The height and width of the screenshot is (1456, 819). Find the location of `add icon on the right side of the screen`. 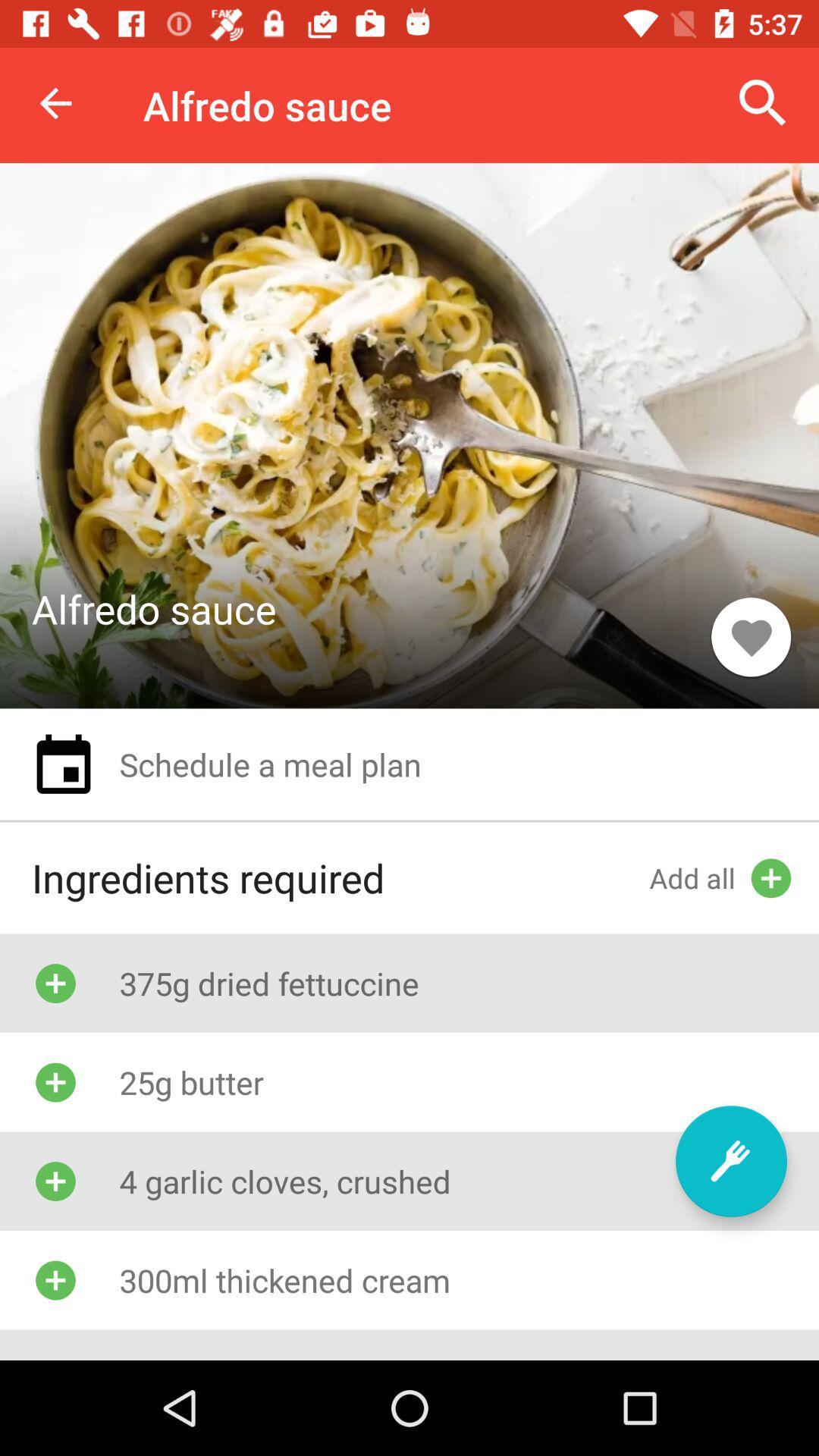

add icon on the right side of the screen is located at coordinates (771, 878).